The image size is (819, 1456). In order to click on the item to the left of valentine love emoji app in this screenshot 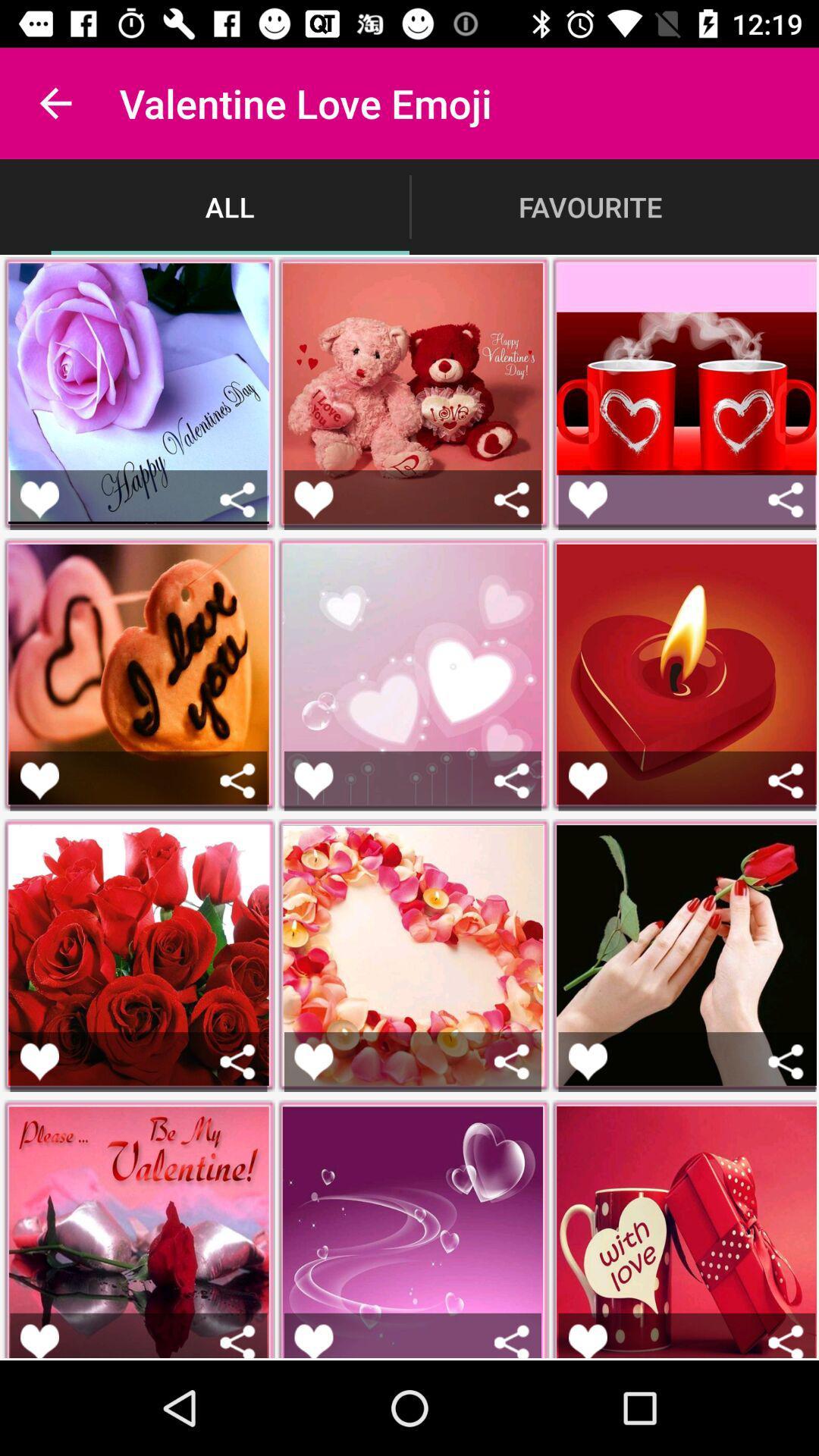, I will do `click(55, 102)`.